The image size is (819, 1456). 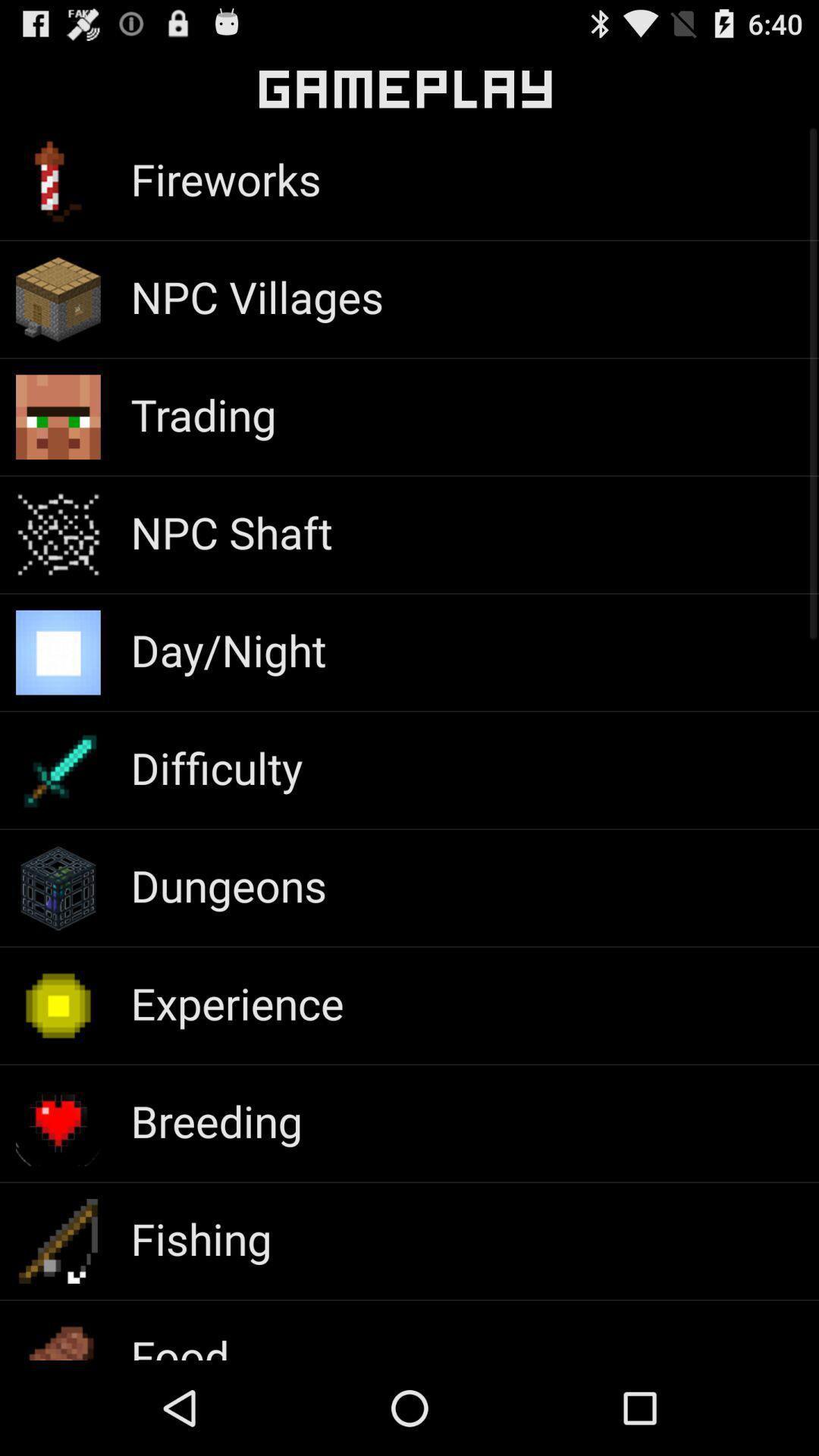 I want to click on icon below breeding, so click(x=200, y=1238).